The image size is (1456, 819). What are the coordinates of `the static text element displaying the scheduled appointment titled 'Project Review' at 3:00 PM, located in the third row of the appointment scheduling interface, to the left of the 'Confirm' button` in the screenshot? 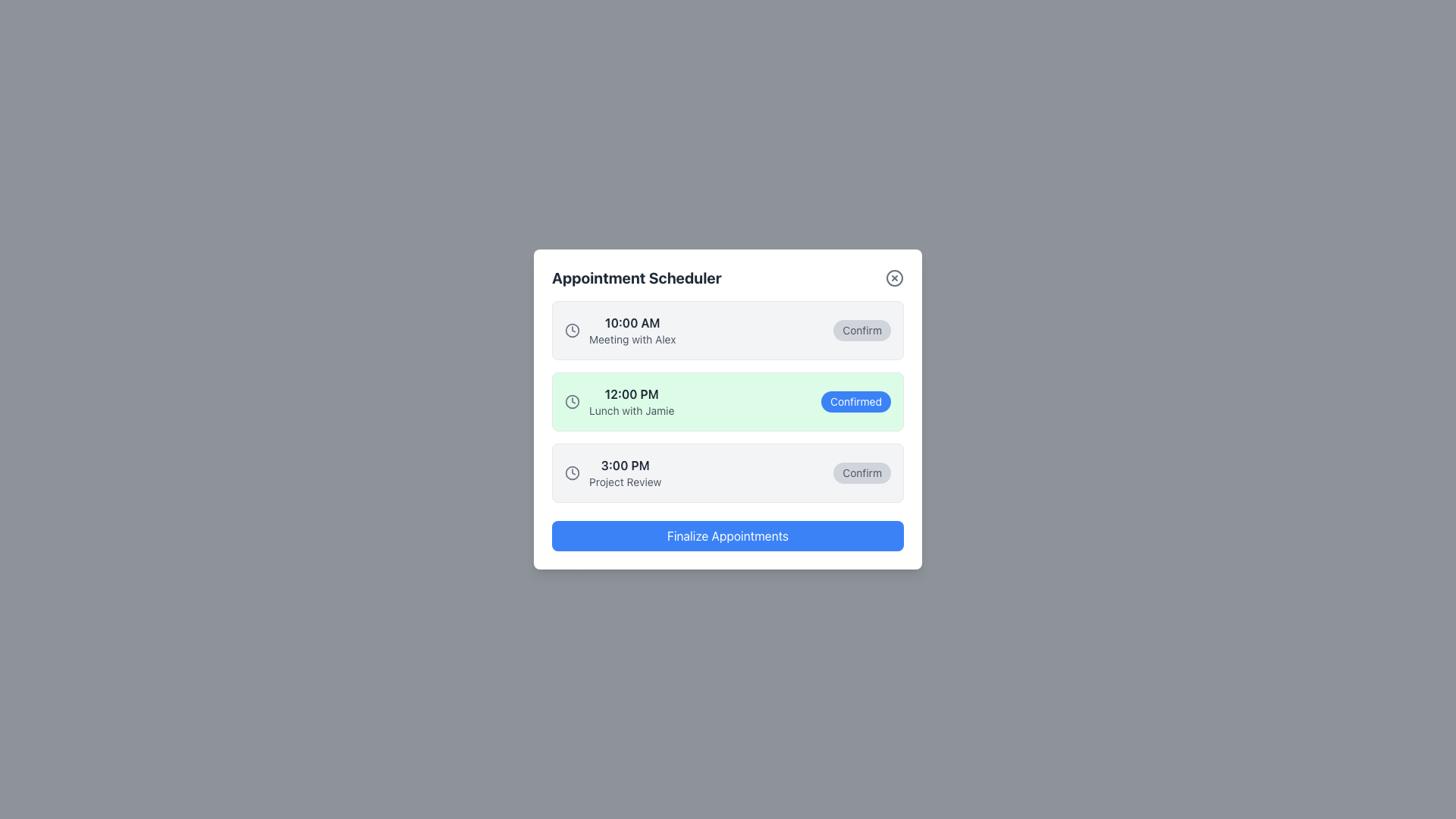 It's located at (613, 472).